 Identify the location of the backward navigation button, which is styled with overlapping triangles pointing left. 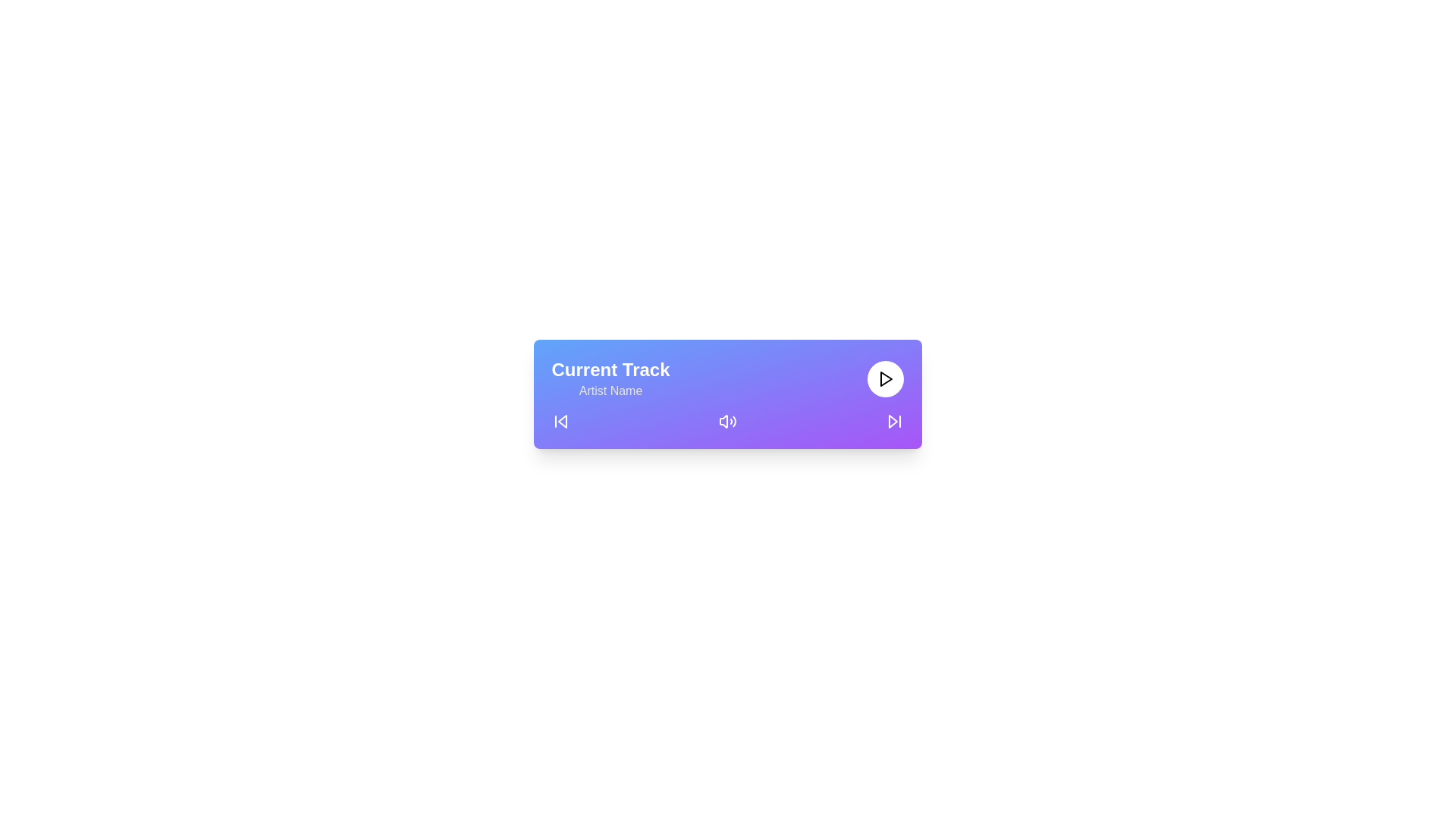
(560, 421).